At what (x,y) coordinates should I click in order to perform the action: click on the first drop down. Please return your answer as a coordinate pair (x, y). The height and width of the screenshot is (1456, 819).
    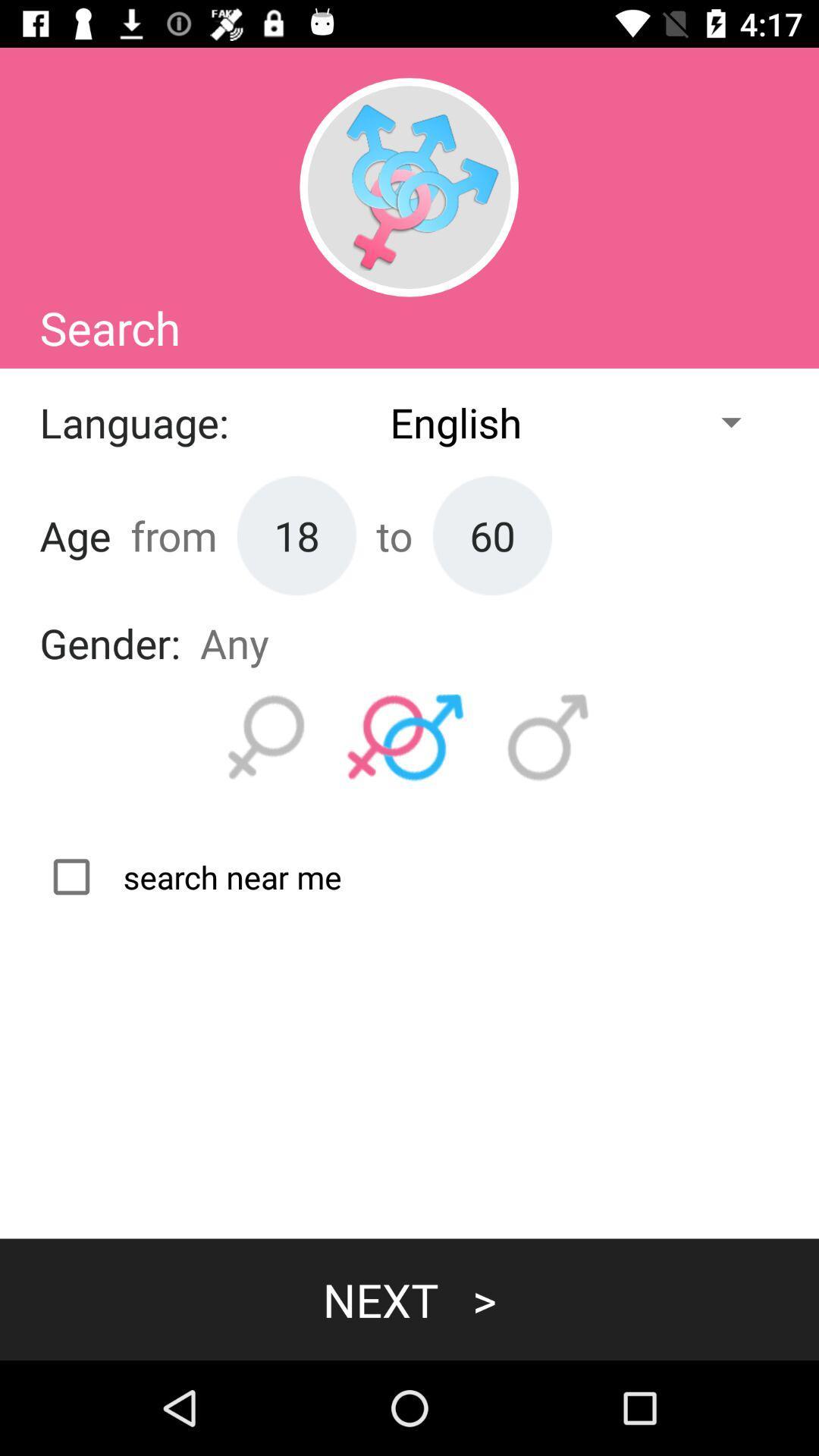
    Looking at the image, I should click on (504, 422).